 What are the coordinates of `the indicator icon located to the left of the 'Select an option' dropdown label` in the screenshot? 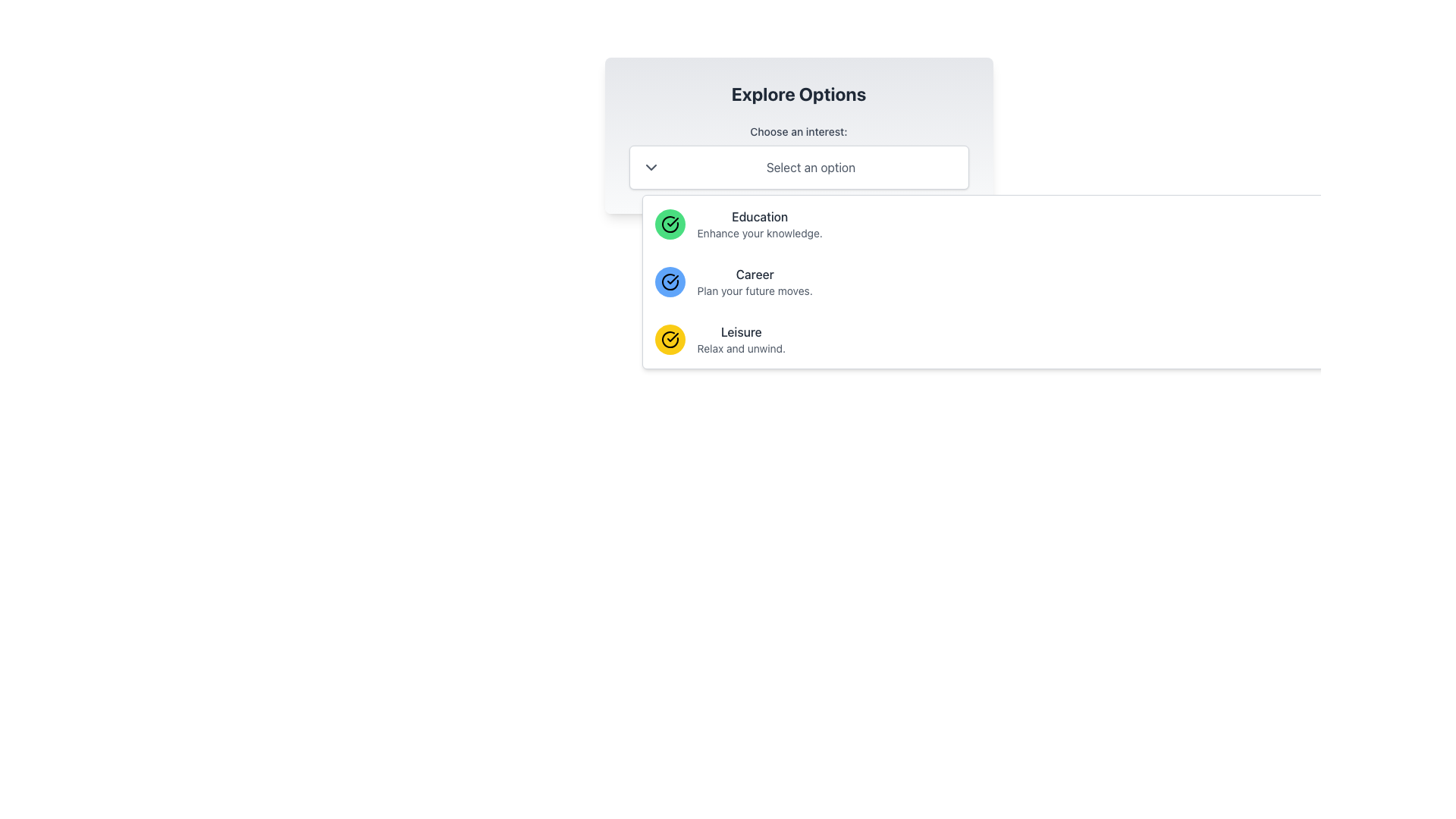 It's located at (651, 167).